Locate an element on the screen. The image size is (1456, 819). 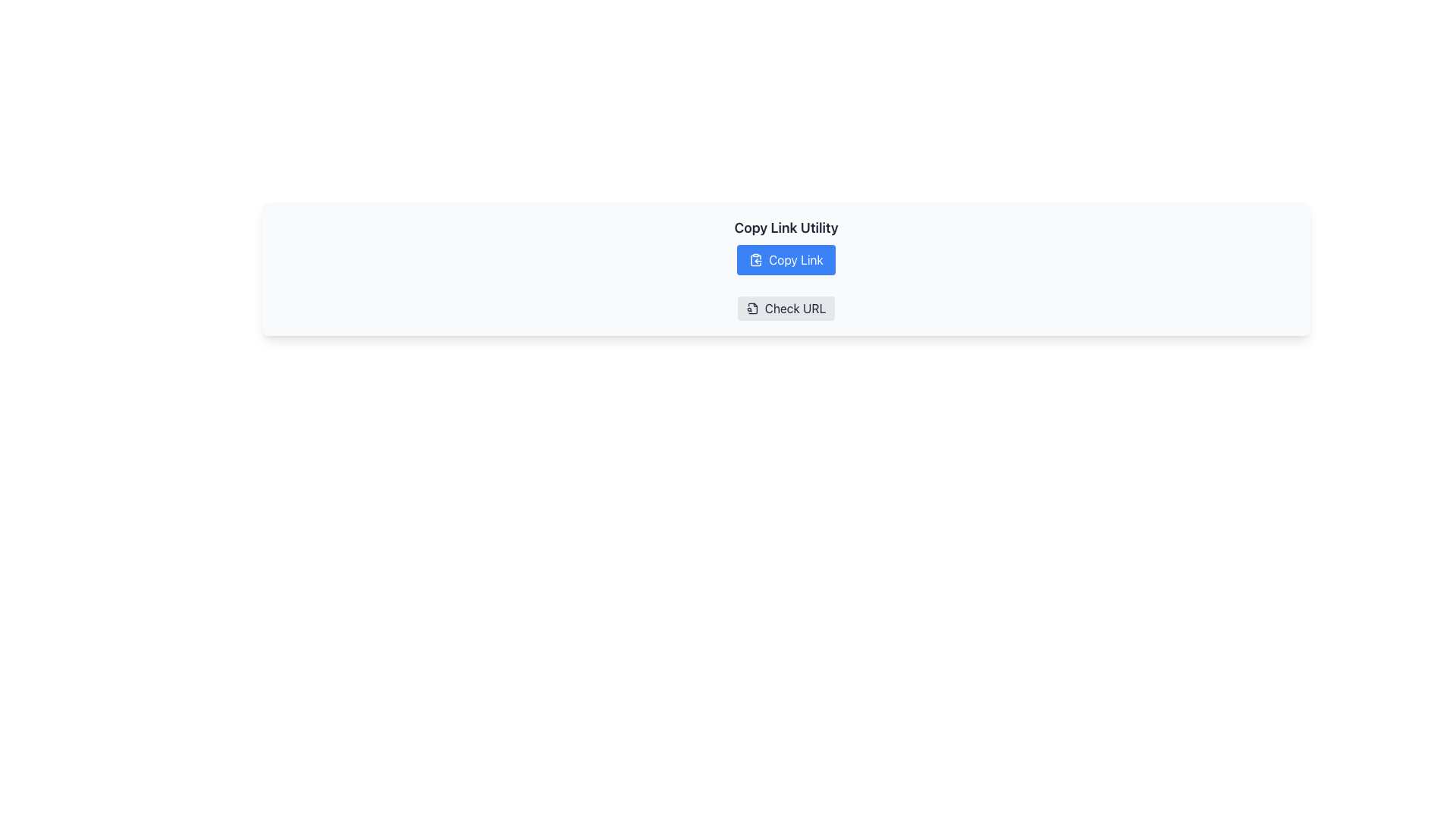
the URL check button located directly below the 'Copy Link' button is located at coordinates (786, 308).